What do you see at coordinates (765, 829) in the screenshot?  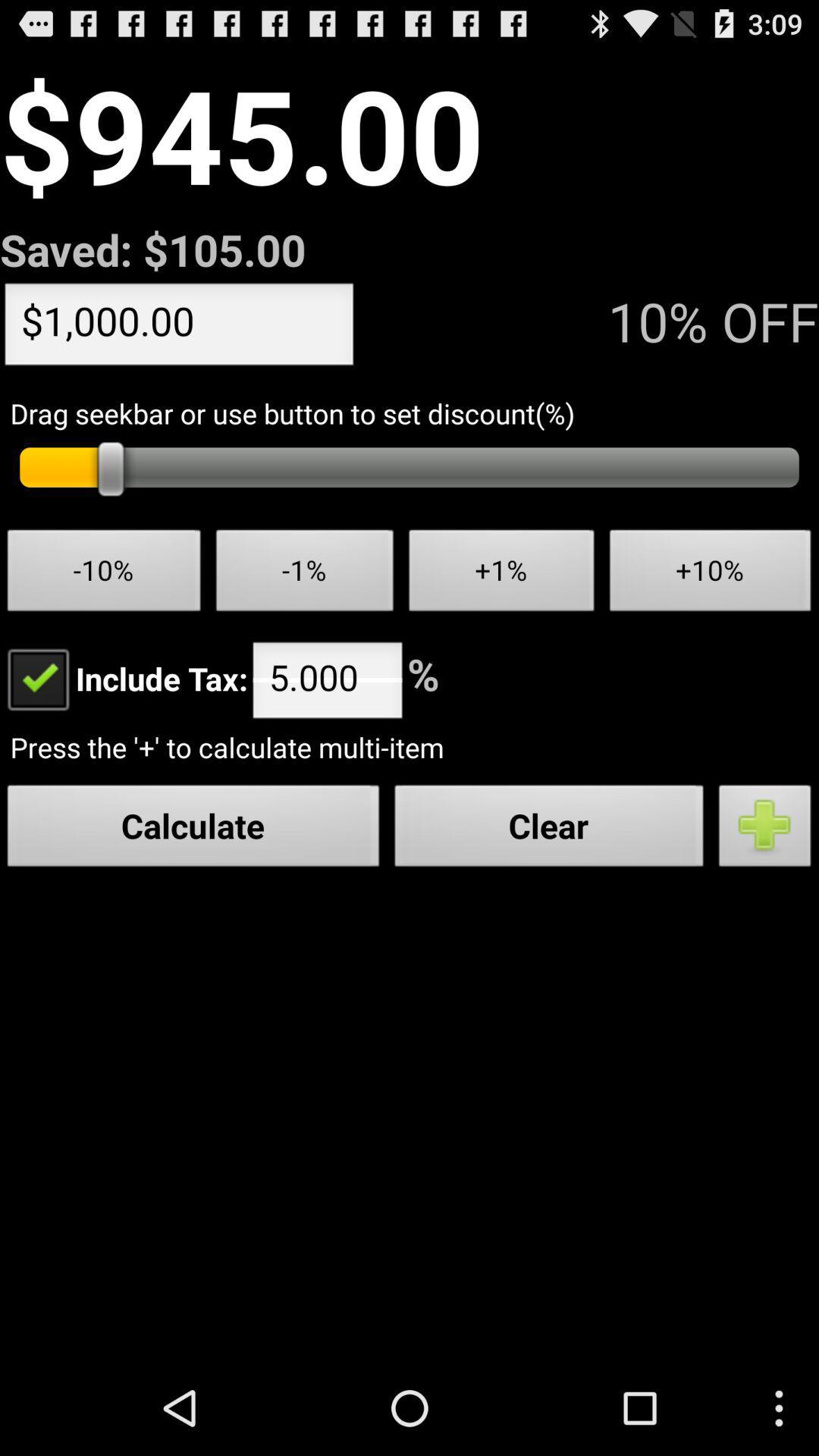 I see `the button next to the clear button` at bounding box center [765, 829].